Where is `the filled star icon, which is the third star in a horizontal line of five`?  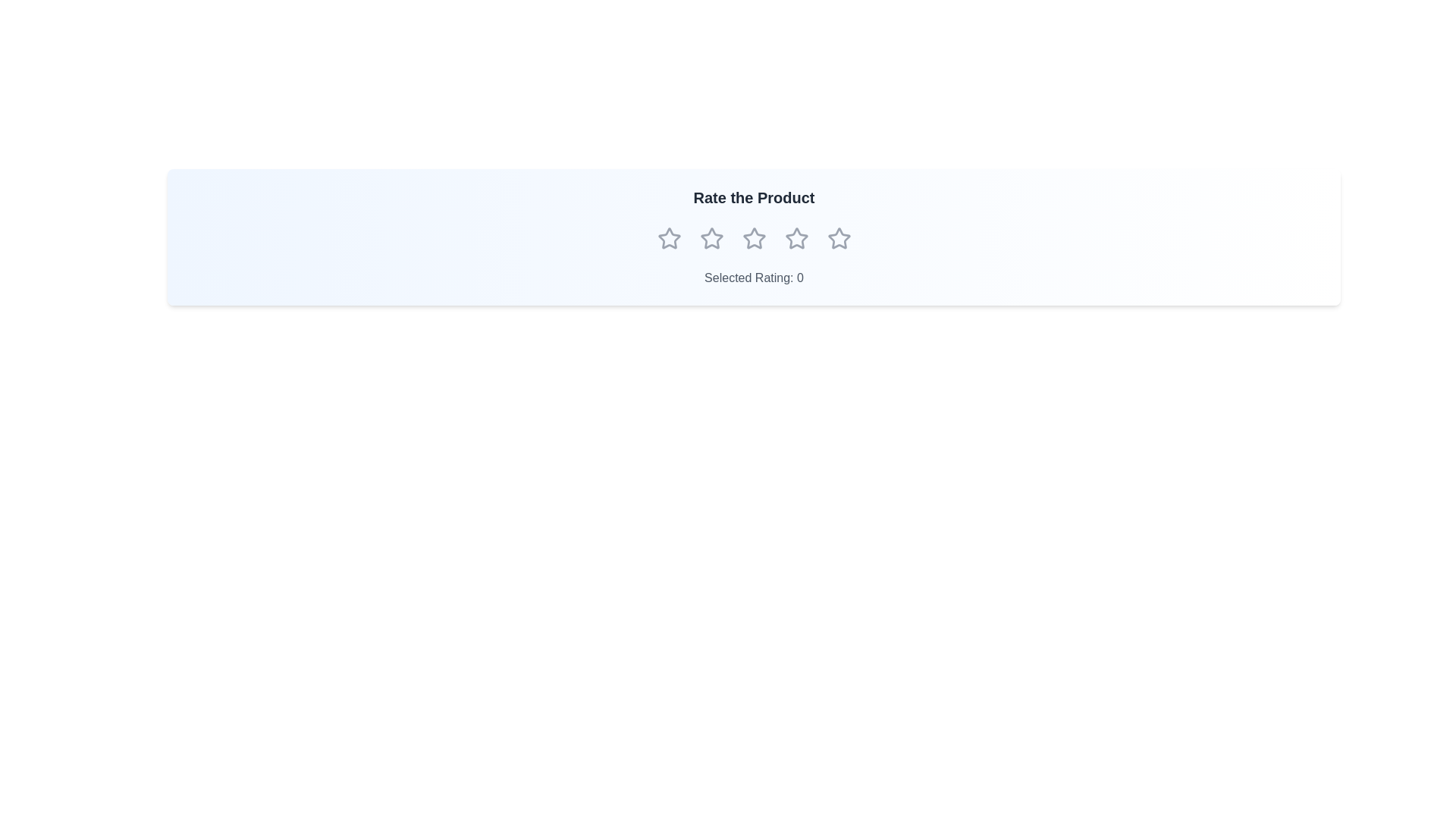
the filled star icon, which is the third star in a horizontal line of five is located at coordinates (795, 238).